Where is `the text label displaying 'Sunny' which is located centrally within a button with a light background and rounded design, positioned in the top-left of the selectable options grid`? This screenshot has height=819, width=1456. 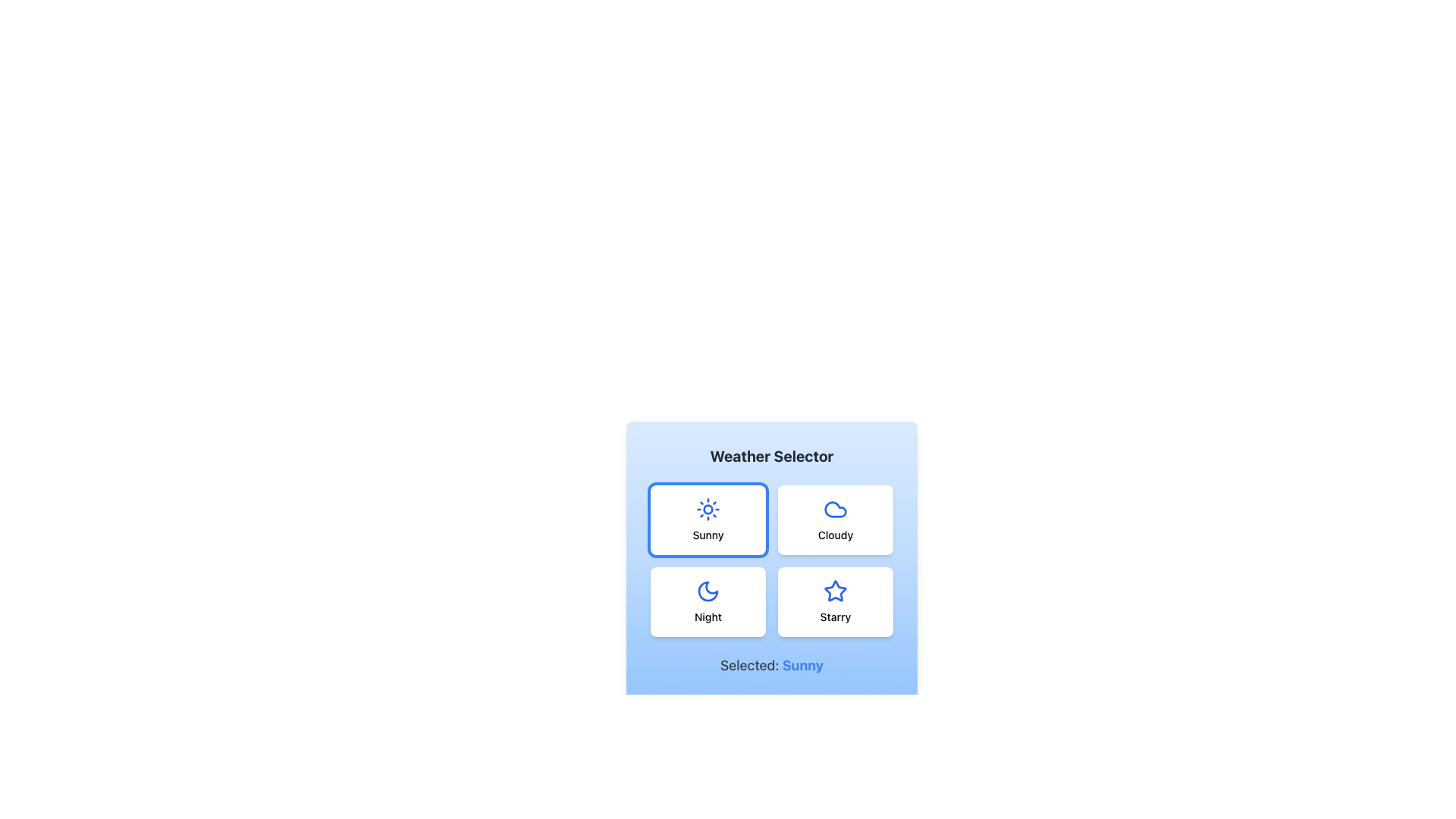 the text label displaying 'Sunny' which is located centrally within a button with a light background and rounded design, positioned in the top-left of the selectable options grid is located at coordinates (708, 534).